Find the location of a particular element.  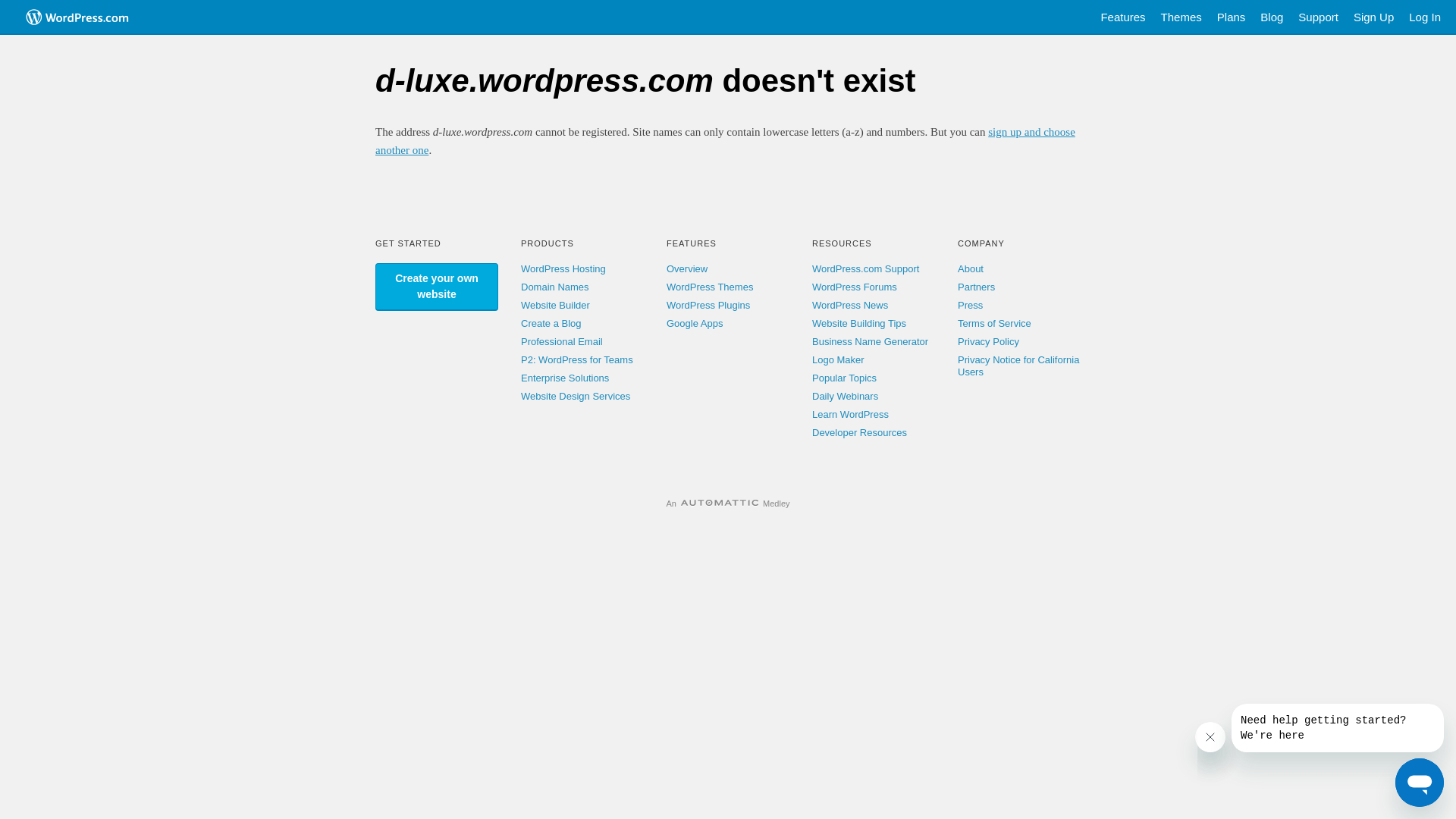

'Daily Webinars' is located at coordinates (844, 395).